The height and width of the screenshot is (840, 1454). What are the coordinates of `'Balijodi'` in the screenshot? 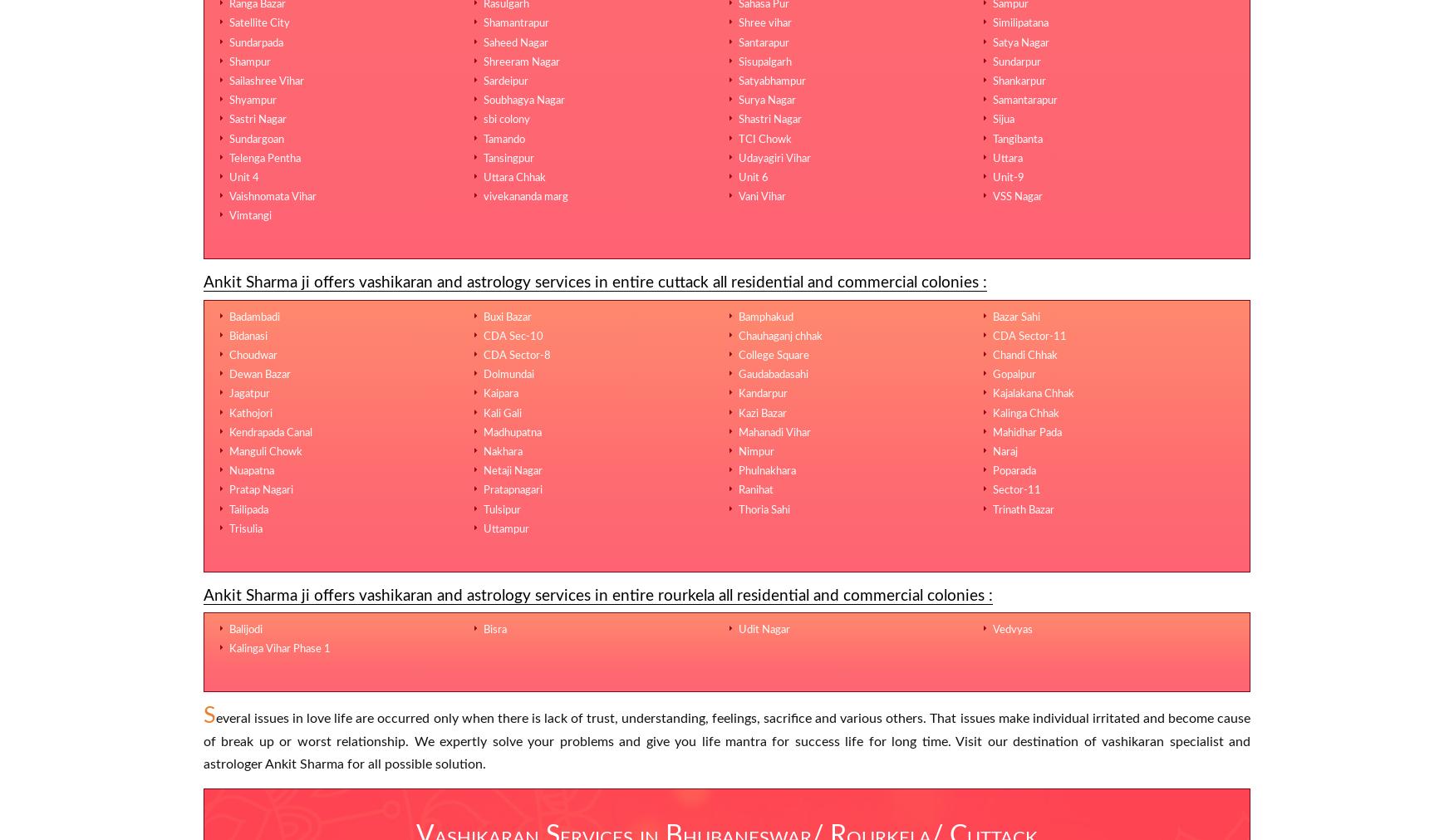 It's located at (244, 629).